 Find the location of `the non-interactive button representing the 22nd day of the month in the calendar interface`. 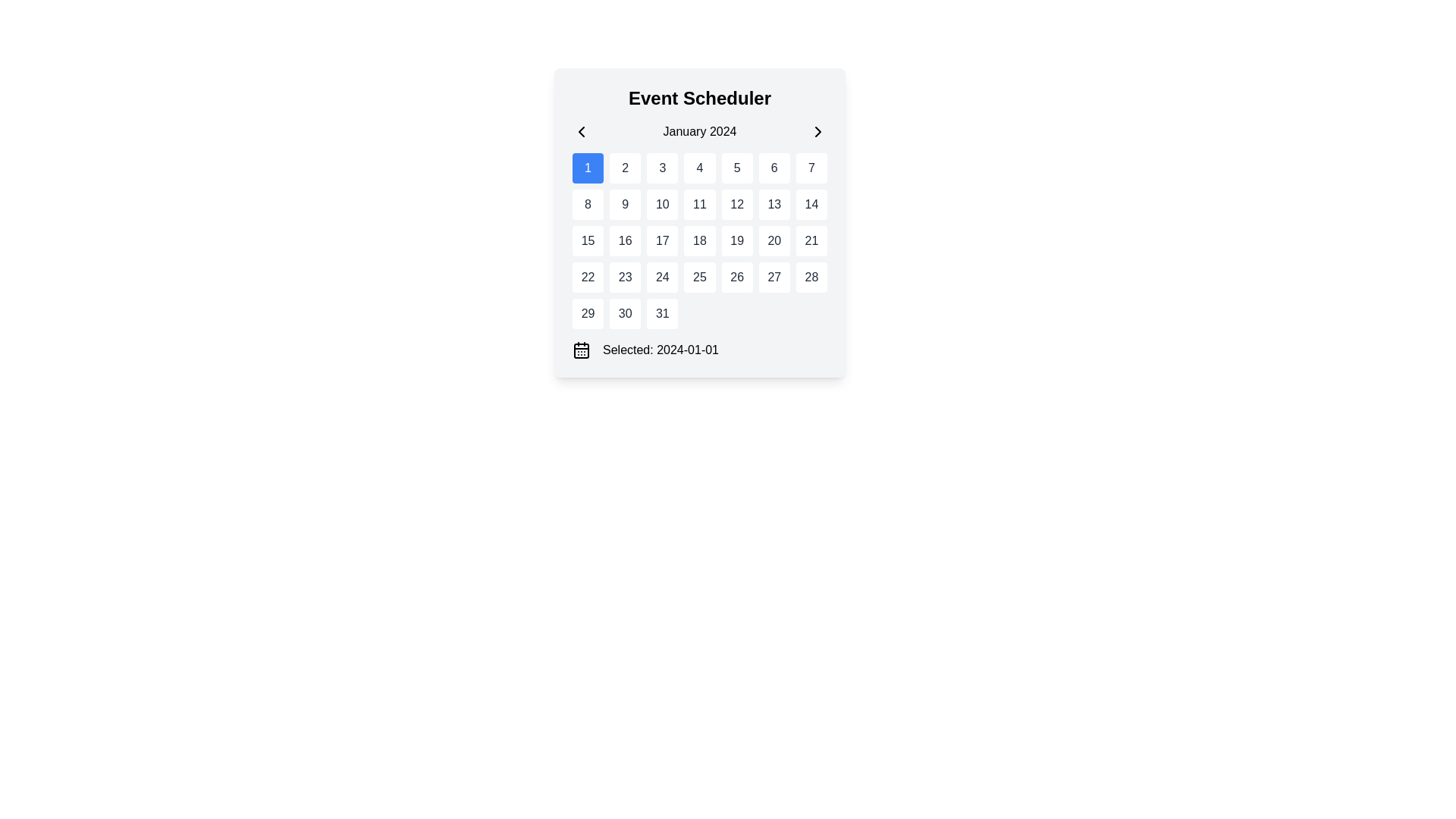

the non-interactive button representing the 22nd day of the month in the calendar interface is located at coordinates (587, 278).